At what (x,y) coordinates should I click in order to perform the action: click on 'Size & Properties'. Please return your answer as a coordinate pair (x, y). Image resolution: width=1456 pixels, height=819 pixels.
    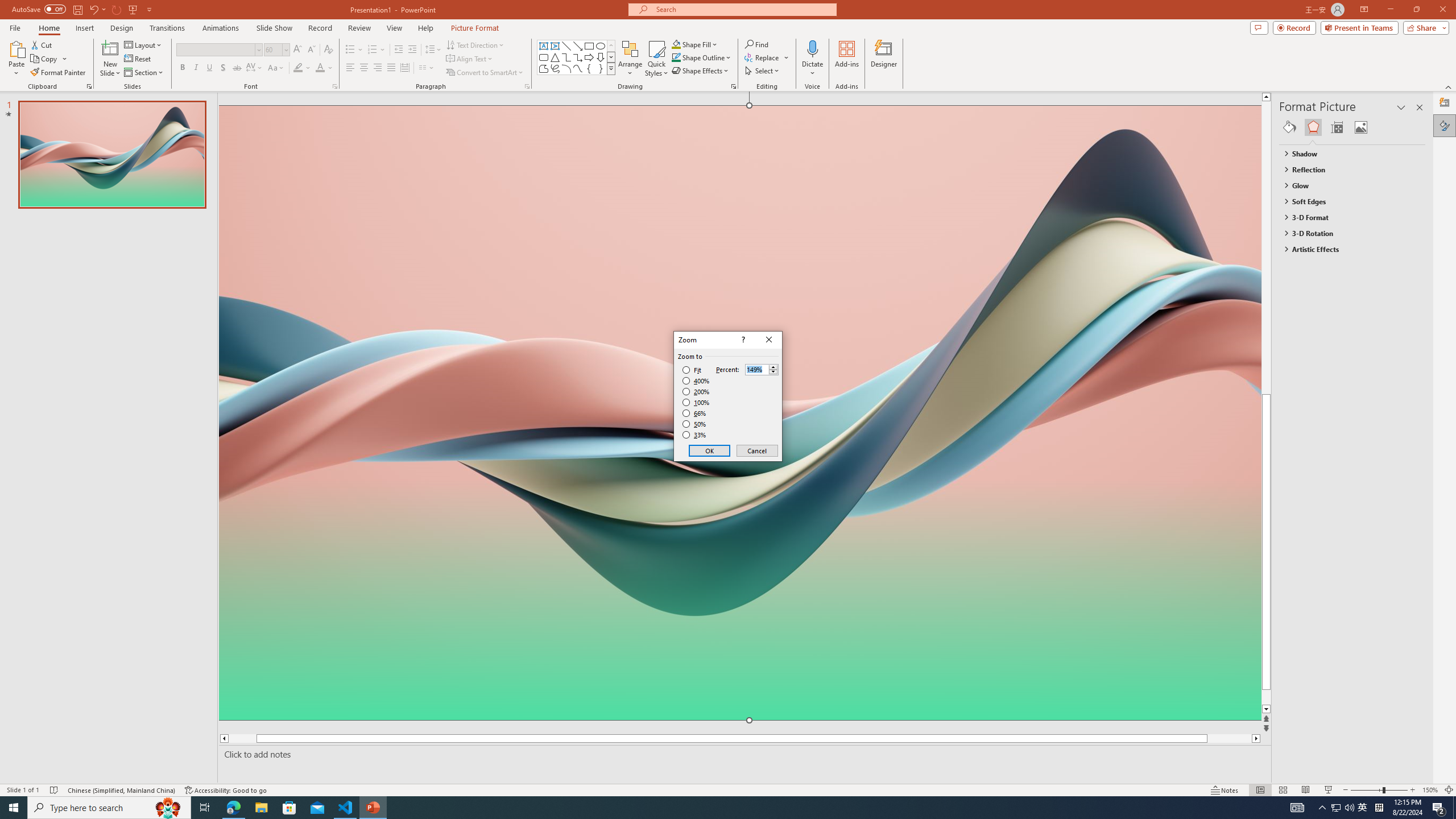
    Looking at the image, I should click on (1337, 126).